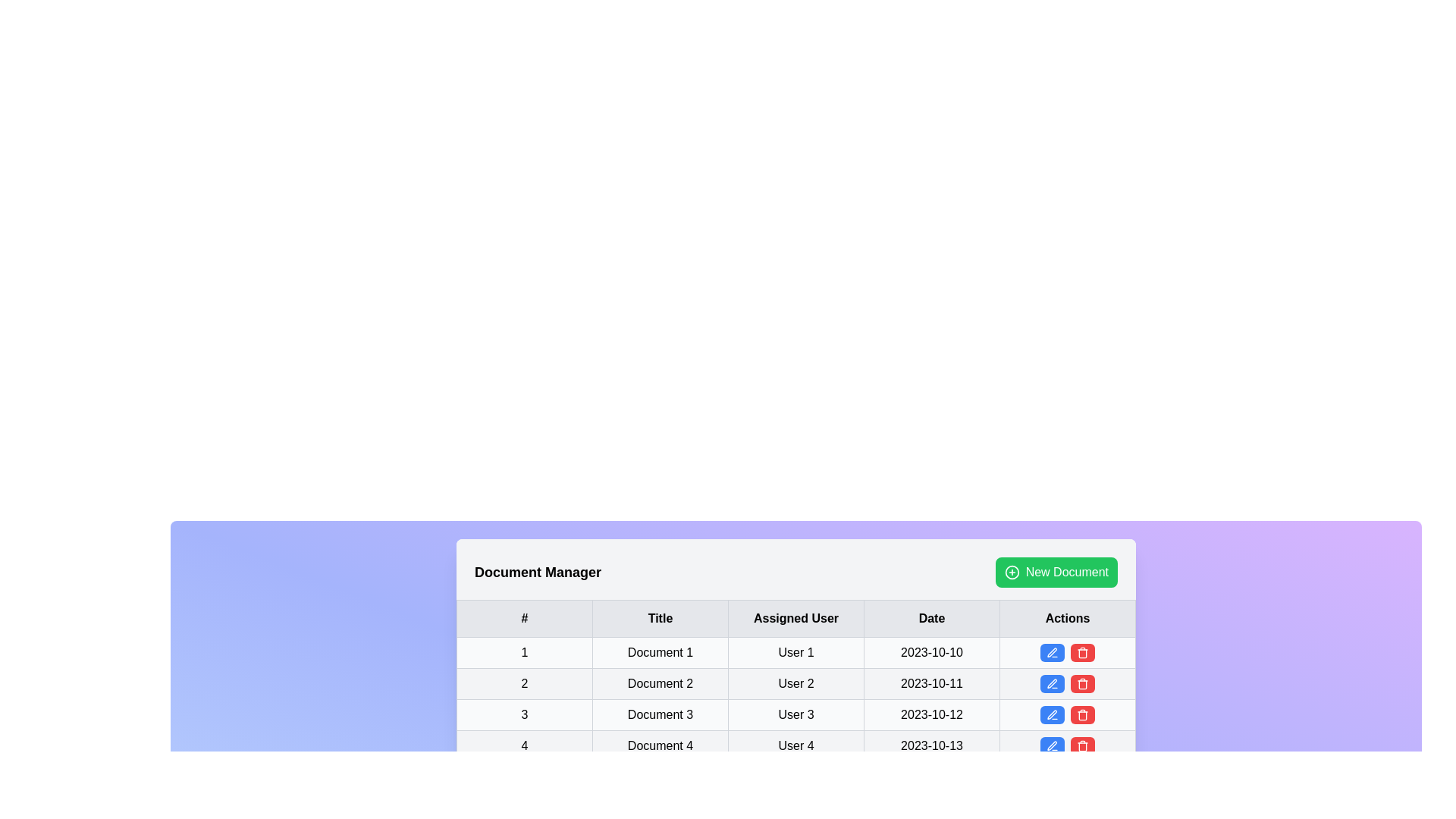  What do you see at coordinates (795, 714) in the screenshot?
I see `the table cell displaying 'User 3' in the third row of the data table under the 'Assigned User' column` at bounding box center [795, 714].